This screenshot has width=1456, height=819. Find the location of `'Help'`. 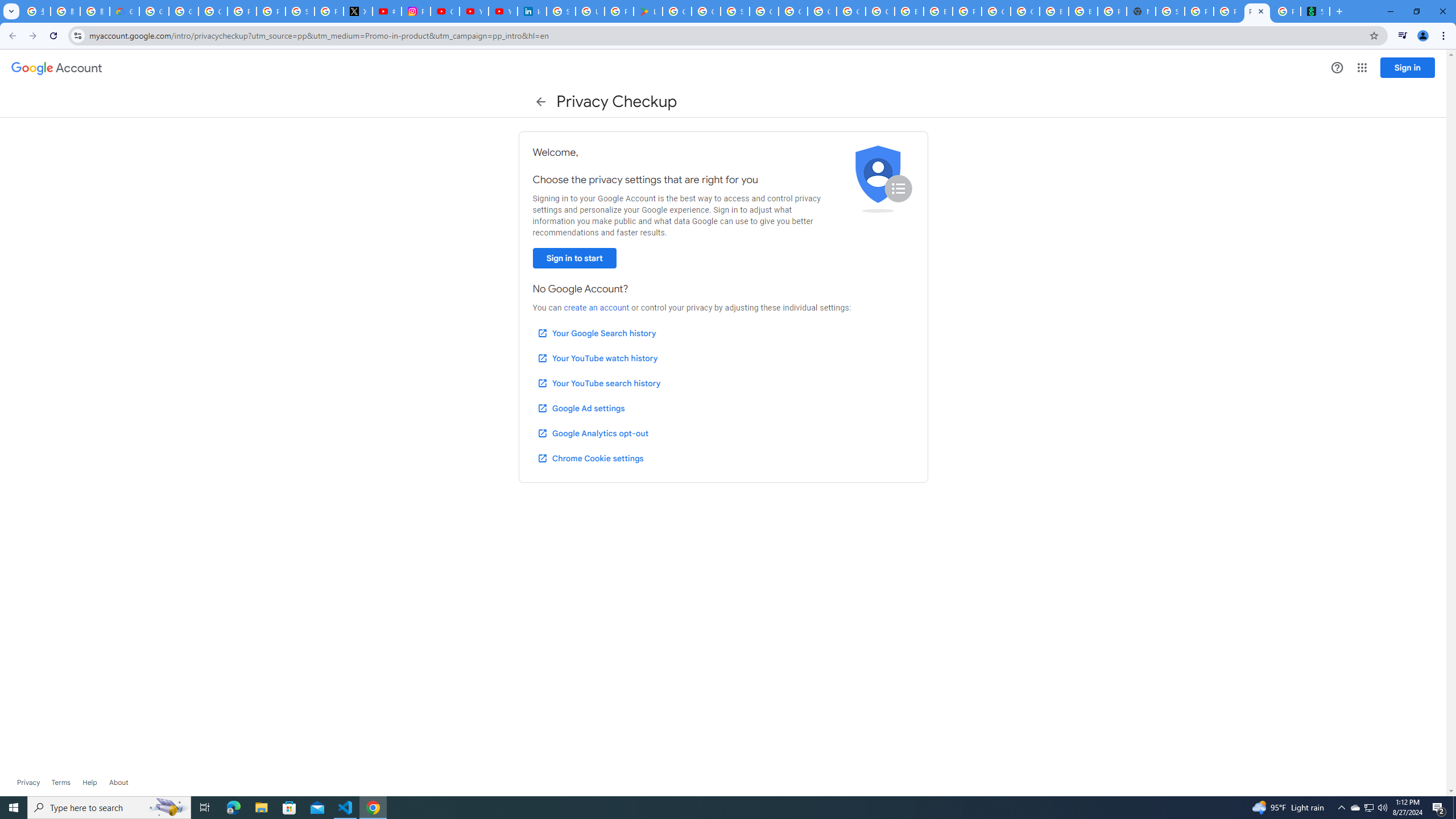

'Help' is located at coordinates (89, 781).